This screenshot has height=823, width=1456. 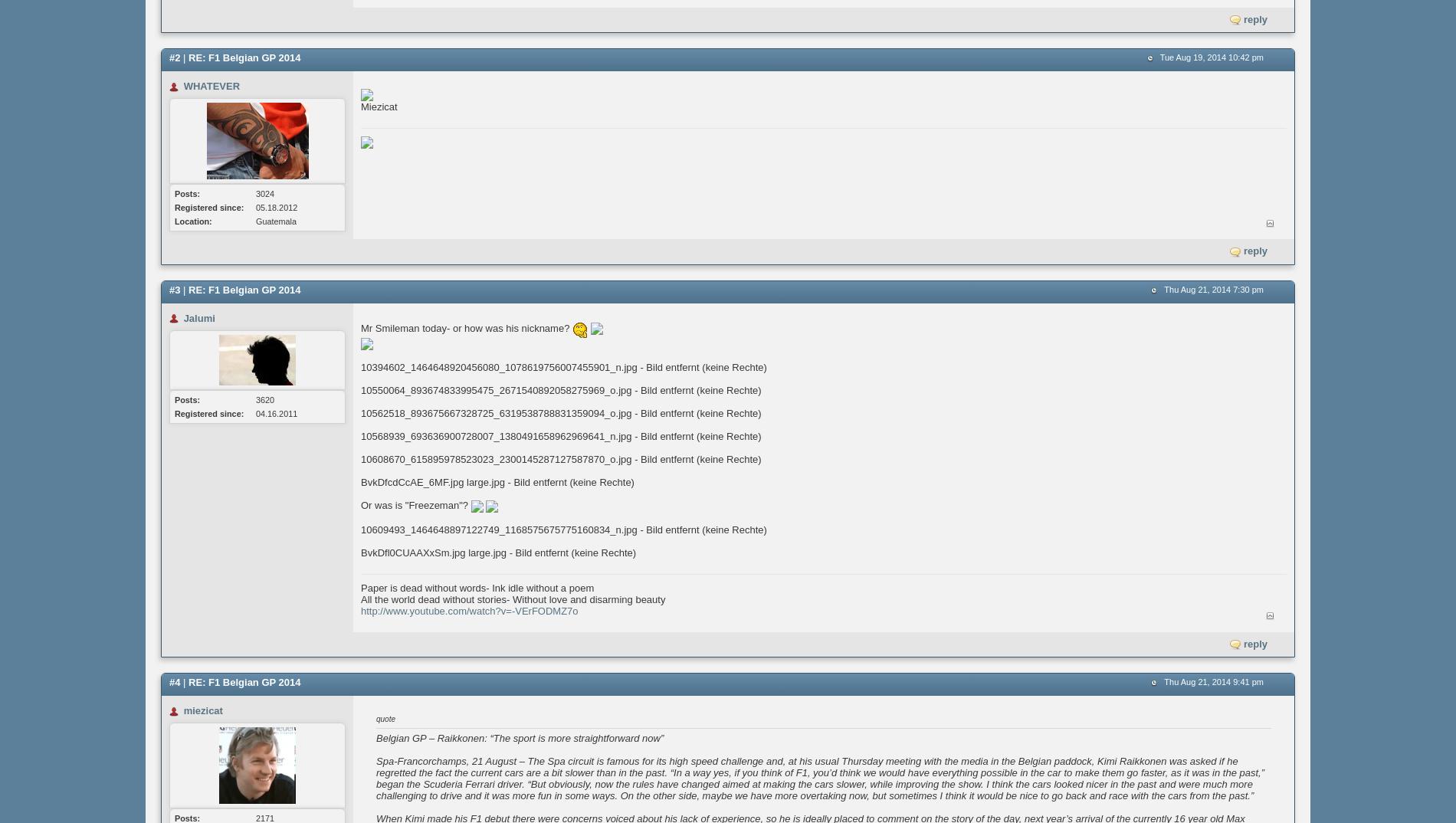 I want to click on 'http://www.youtube.com/watch?v=-VErFODMZ7o', so click(x=469, y=609).